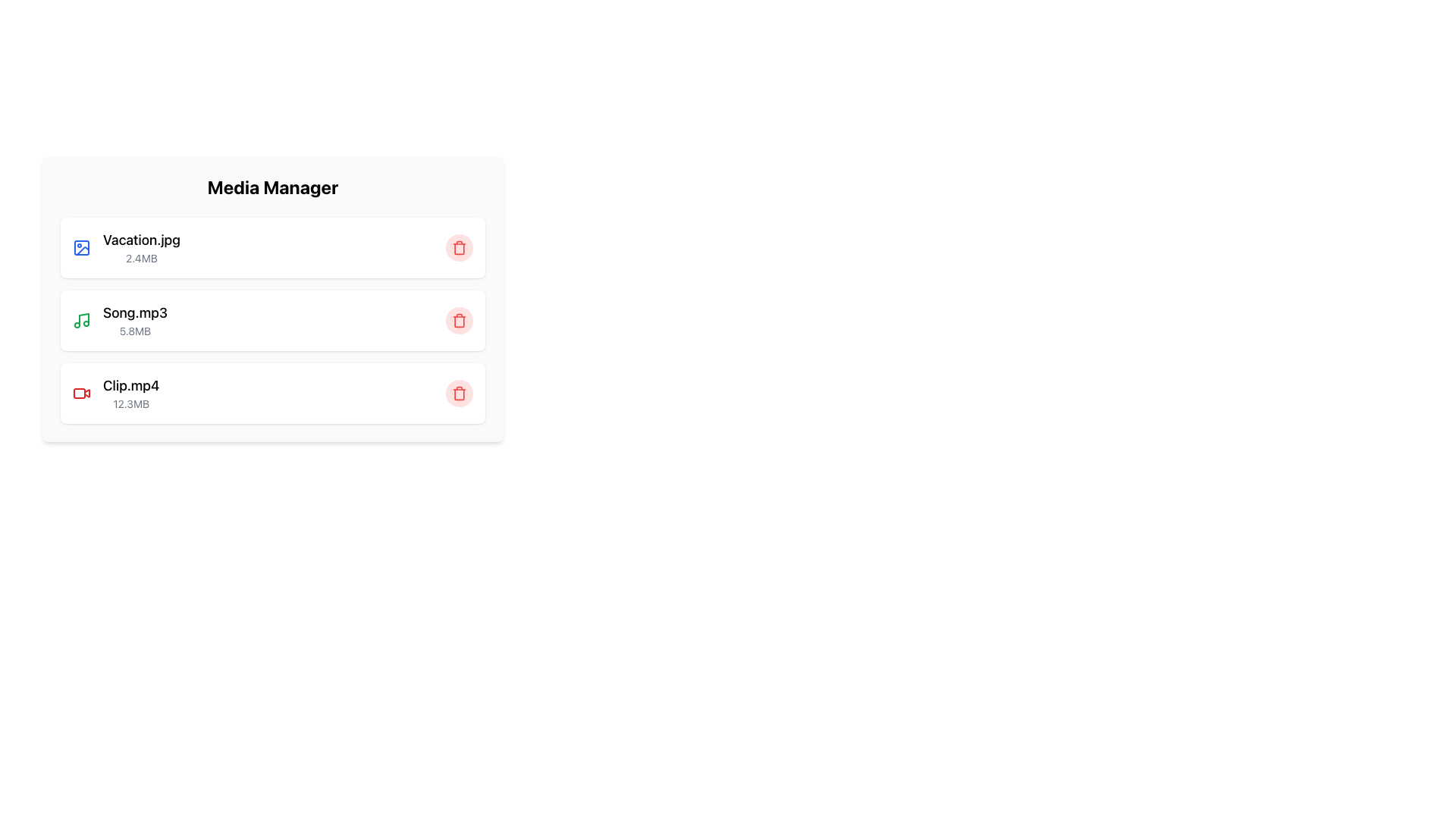  What do you see at coordinates (86, 391) in the screenshot?
I see `the small red video camera icon associated with the 'Clip.mp4' entry in the media manager section` at bounding box center [86, 391].